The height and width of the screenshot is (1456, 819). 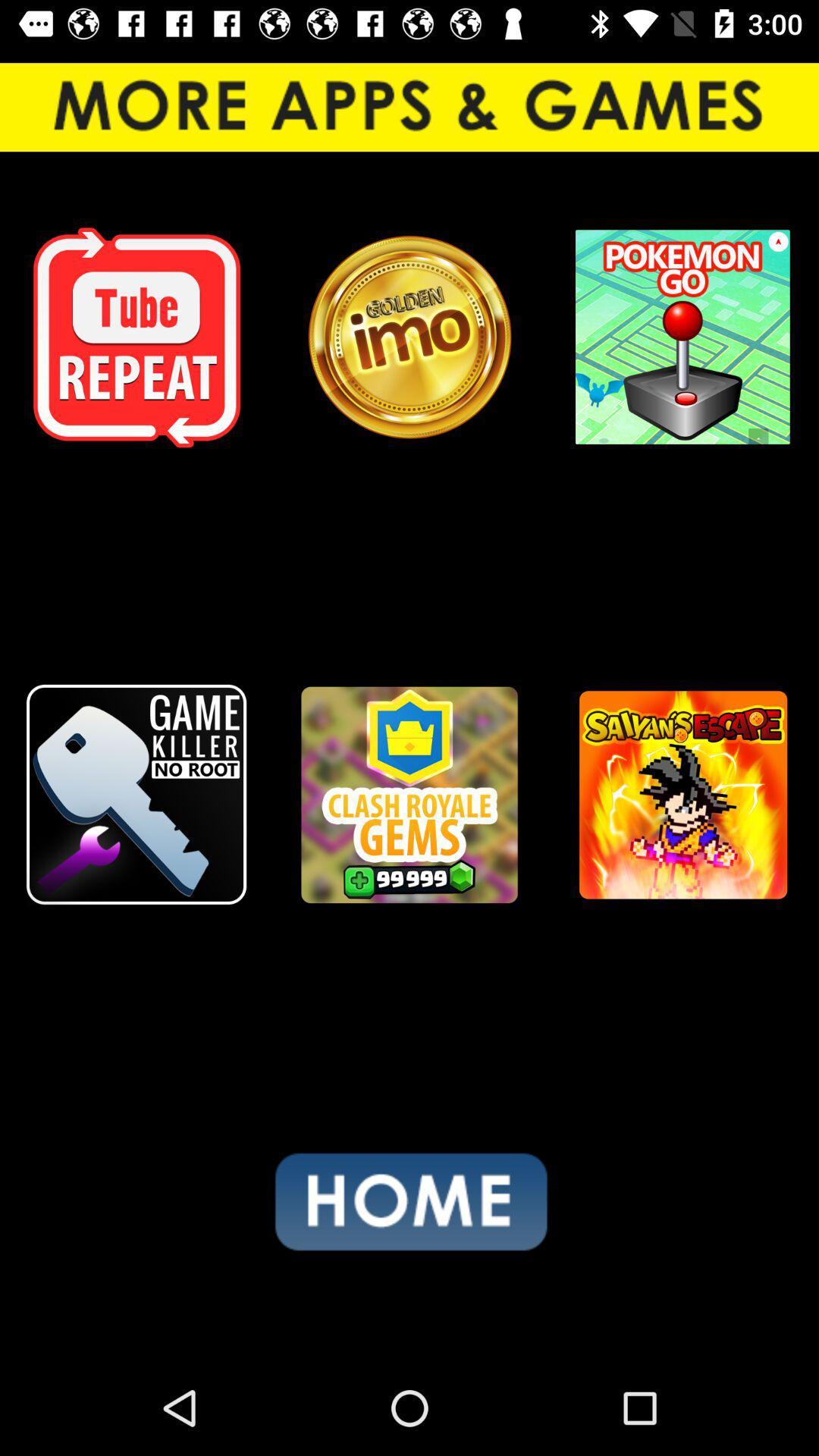 I want to click on game killer, so click(x=136, y=794).